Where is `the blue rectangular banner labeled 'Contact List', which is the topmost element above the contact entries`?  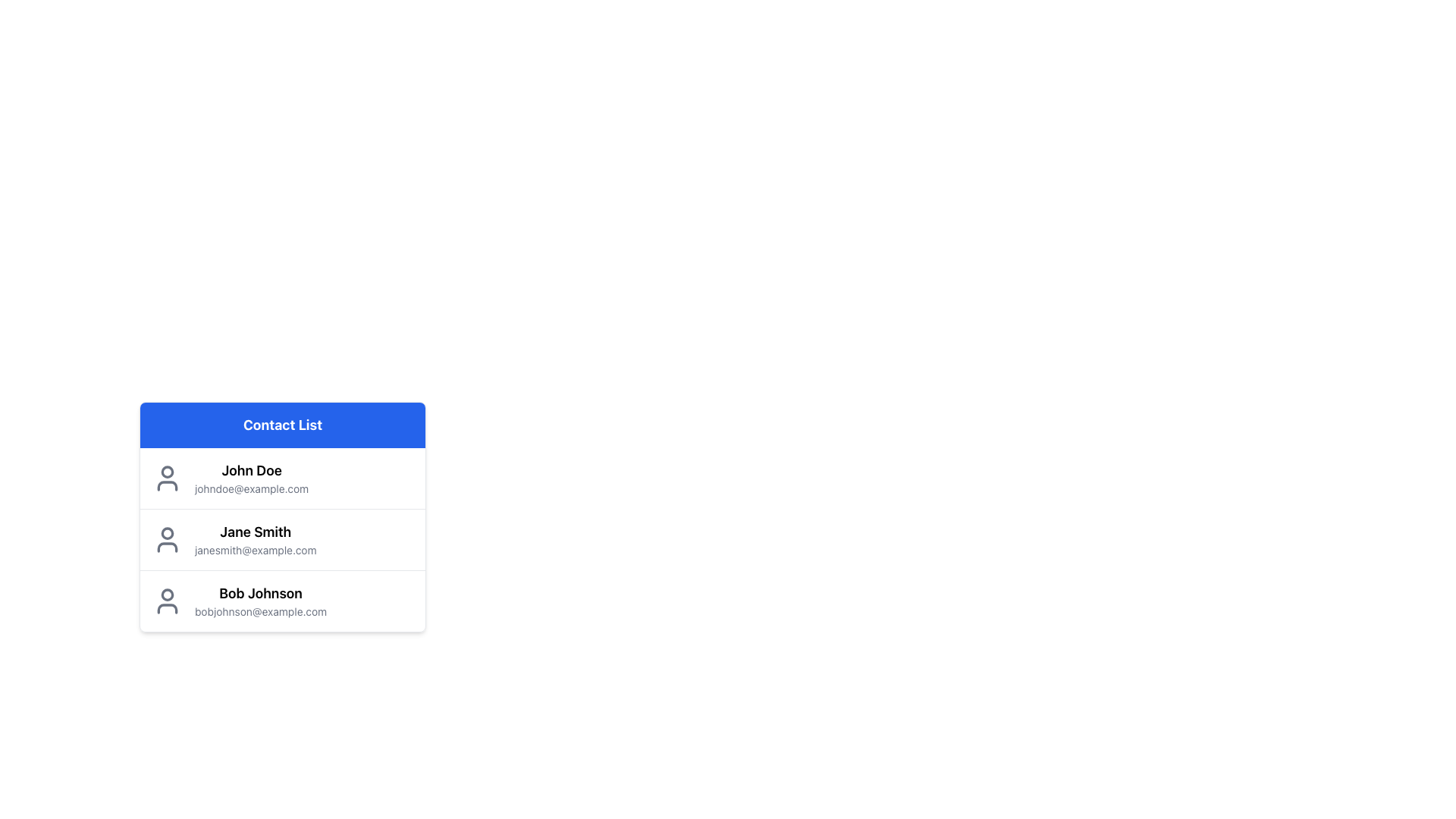 the blue rectangular banner labeled 'Contact List', which is the topmost element above the contact entries is located at coordinates (283, 425).